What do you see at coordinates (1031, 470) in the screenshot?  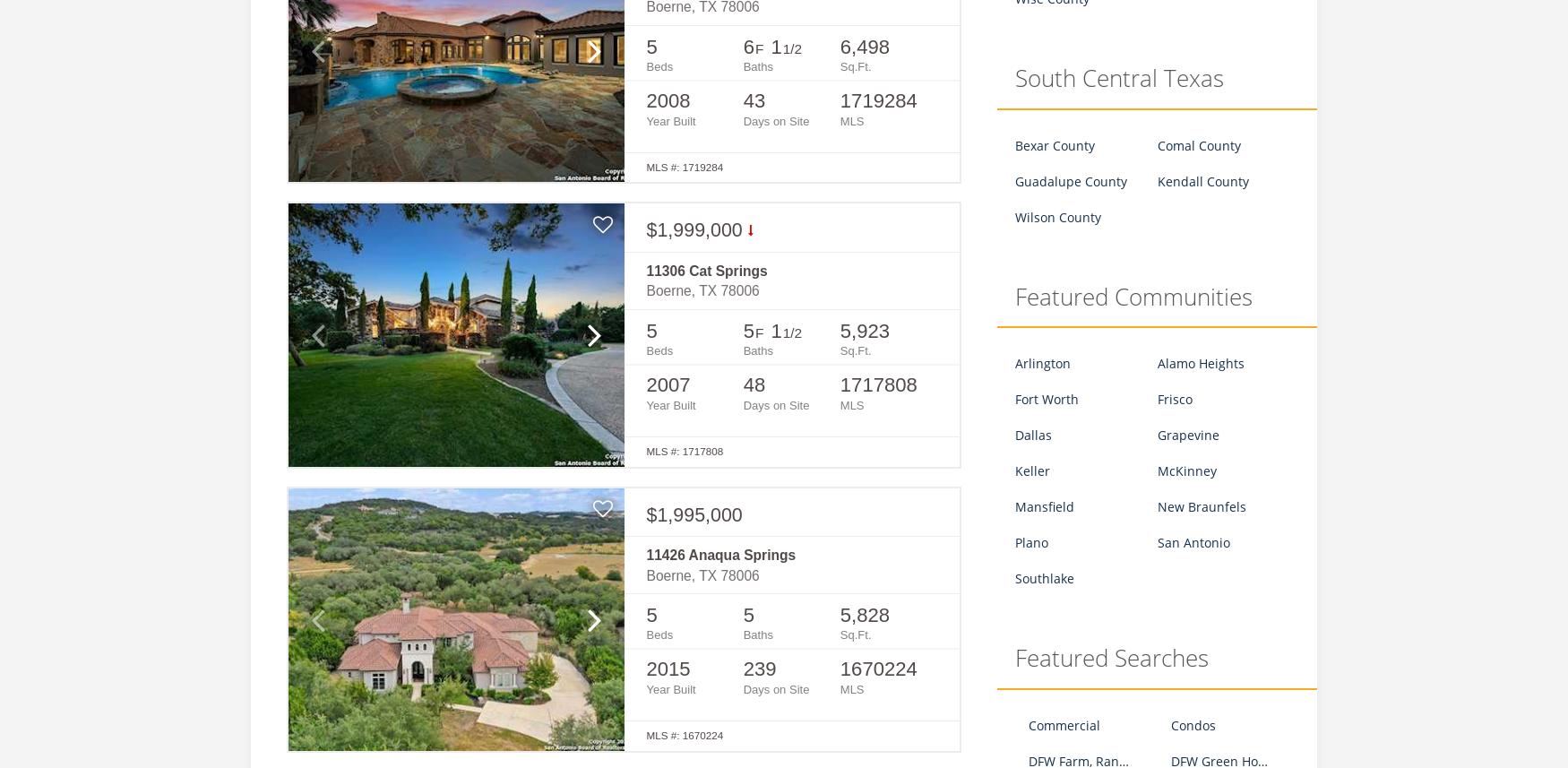 I see `'Keller'` at bounding box center [1031, 470].